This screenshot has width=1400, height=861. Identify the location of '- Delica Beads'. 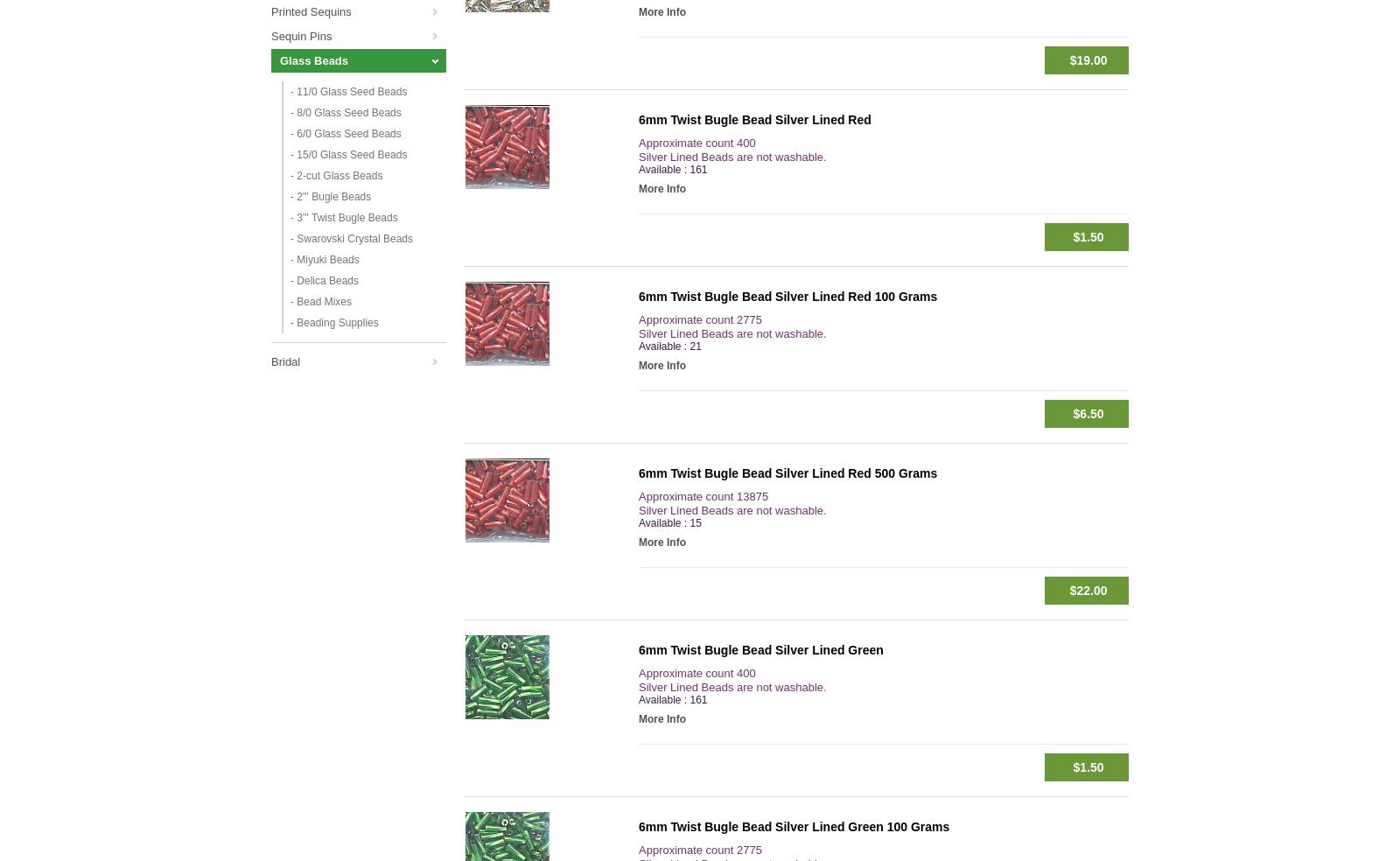
(325, 279).